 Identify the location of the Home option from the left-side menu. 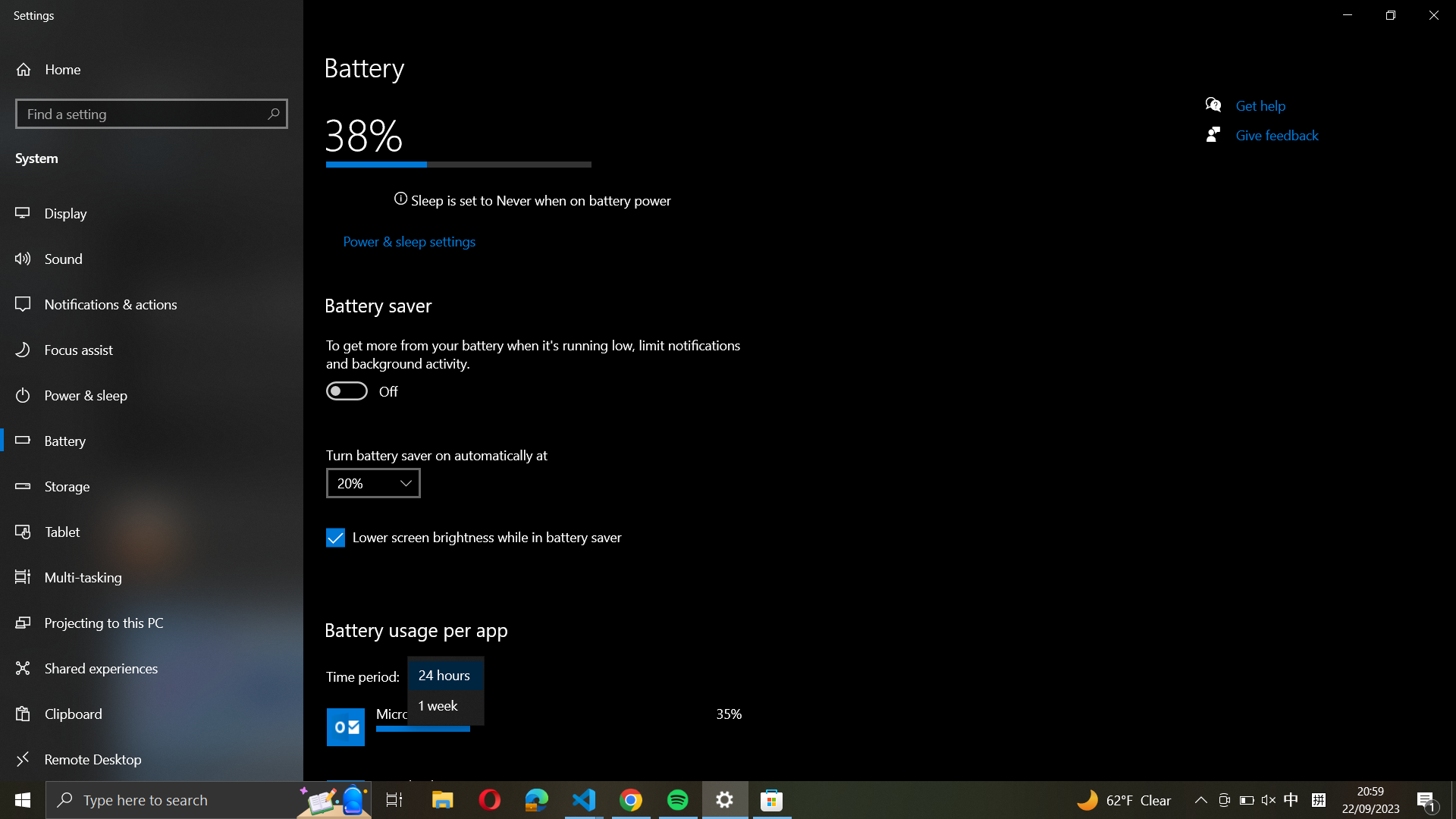
(73, 69).